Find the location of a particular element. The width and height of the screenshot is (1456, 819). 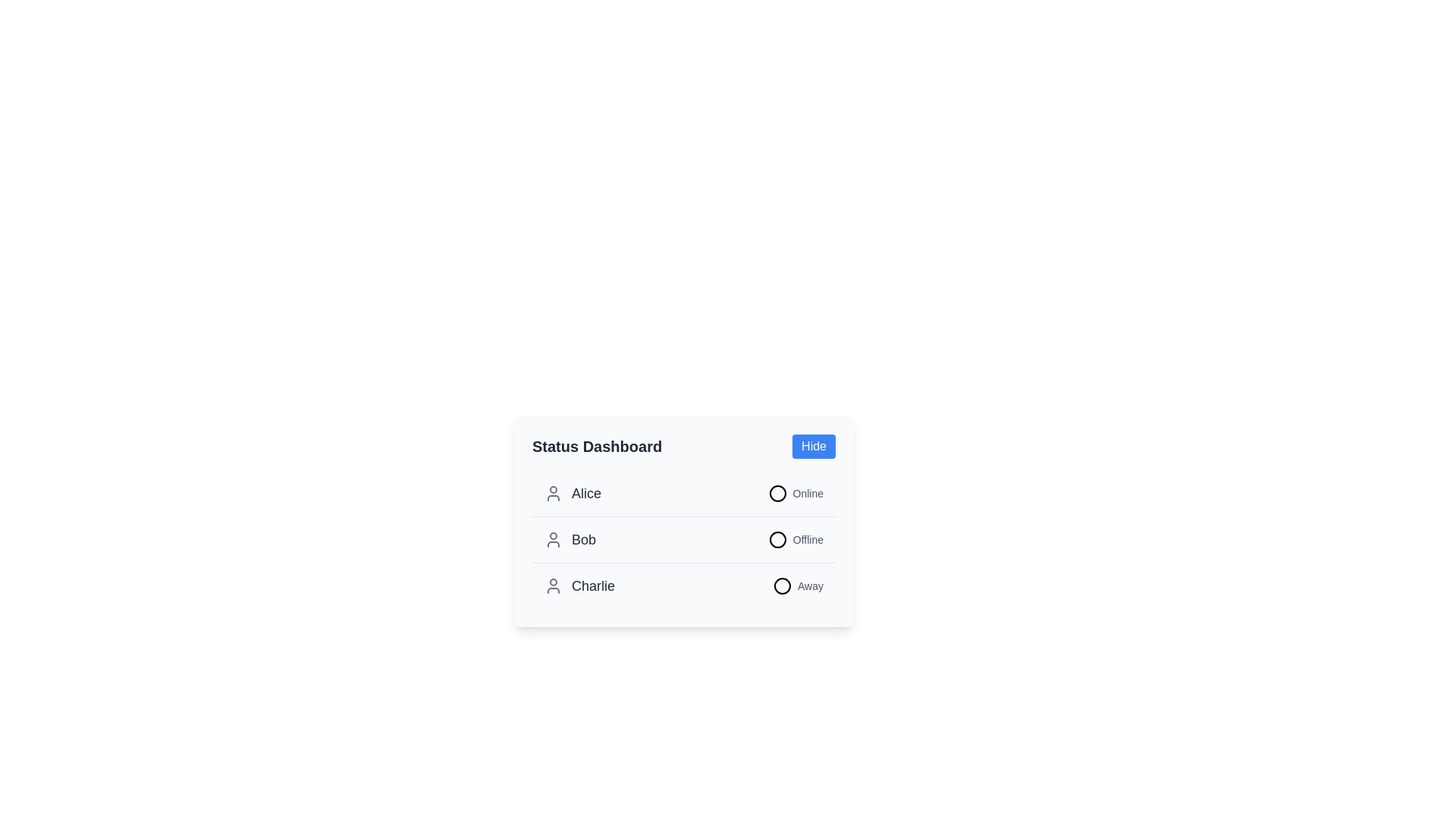

the first user row component in the contact list is located at coordinates (683, 494).